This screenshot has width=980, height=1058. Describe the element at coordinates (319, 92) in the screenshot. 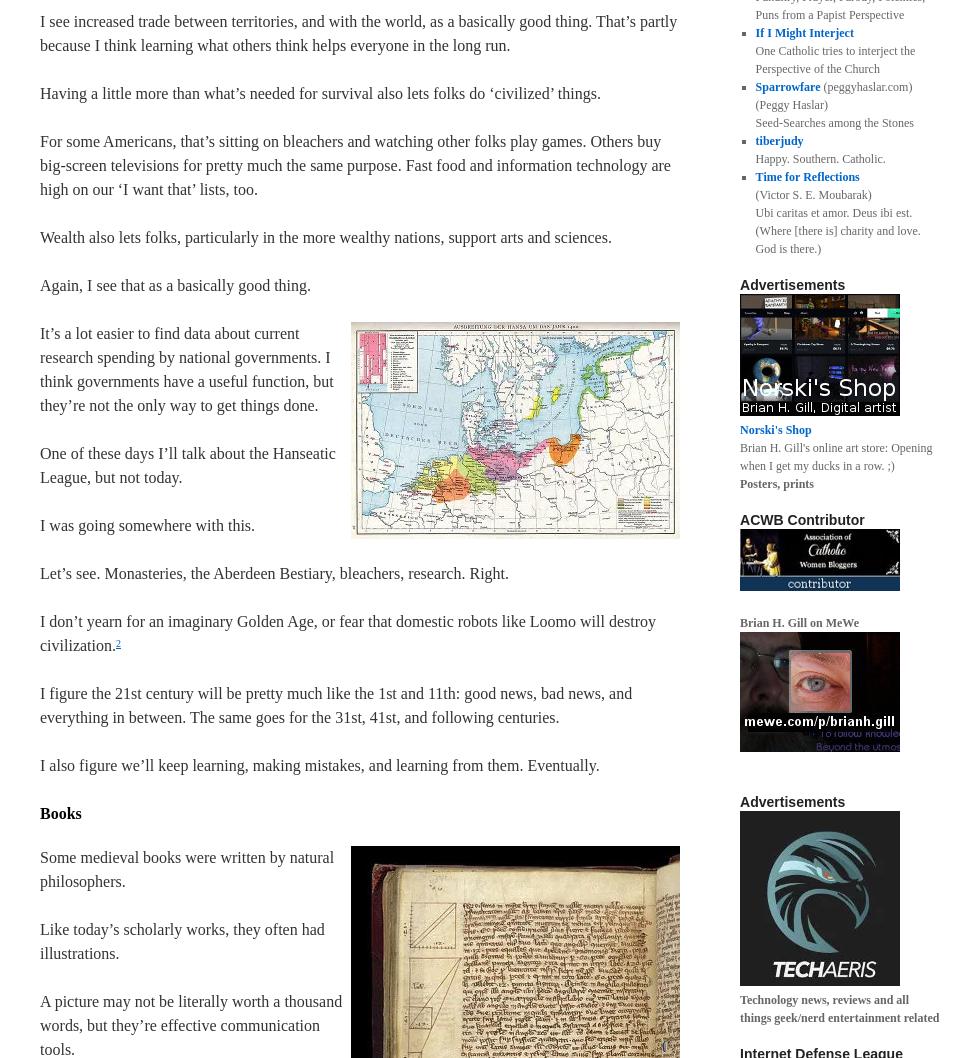

I see `'Having a little more than what’s needed for survival also lets folks do ‘civilized’ things.'` at that location.